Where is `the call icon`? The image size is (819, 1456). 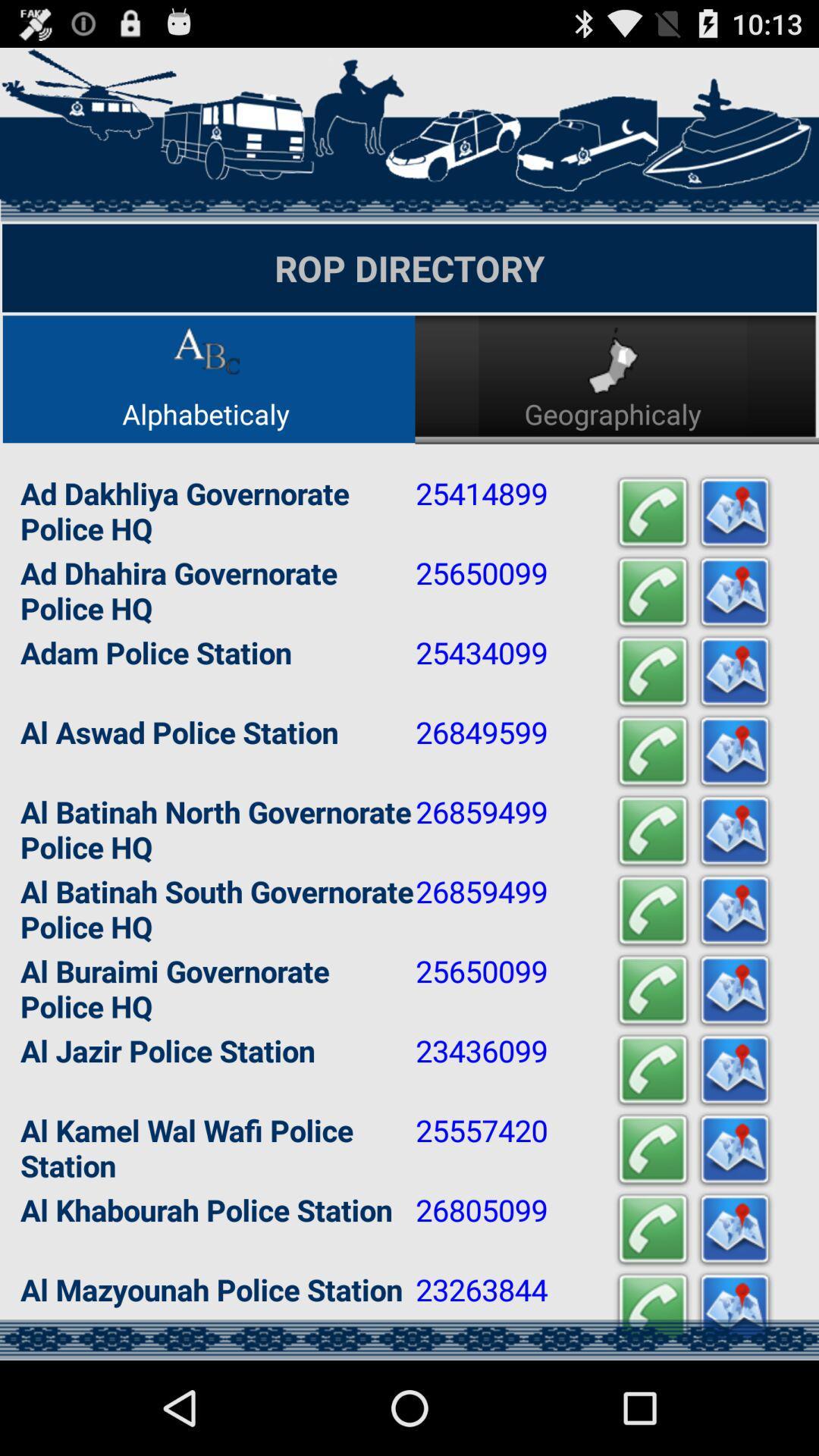 the call icon is located at coordinates (651, 1230).